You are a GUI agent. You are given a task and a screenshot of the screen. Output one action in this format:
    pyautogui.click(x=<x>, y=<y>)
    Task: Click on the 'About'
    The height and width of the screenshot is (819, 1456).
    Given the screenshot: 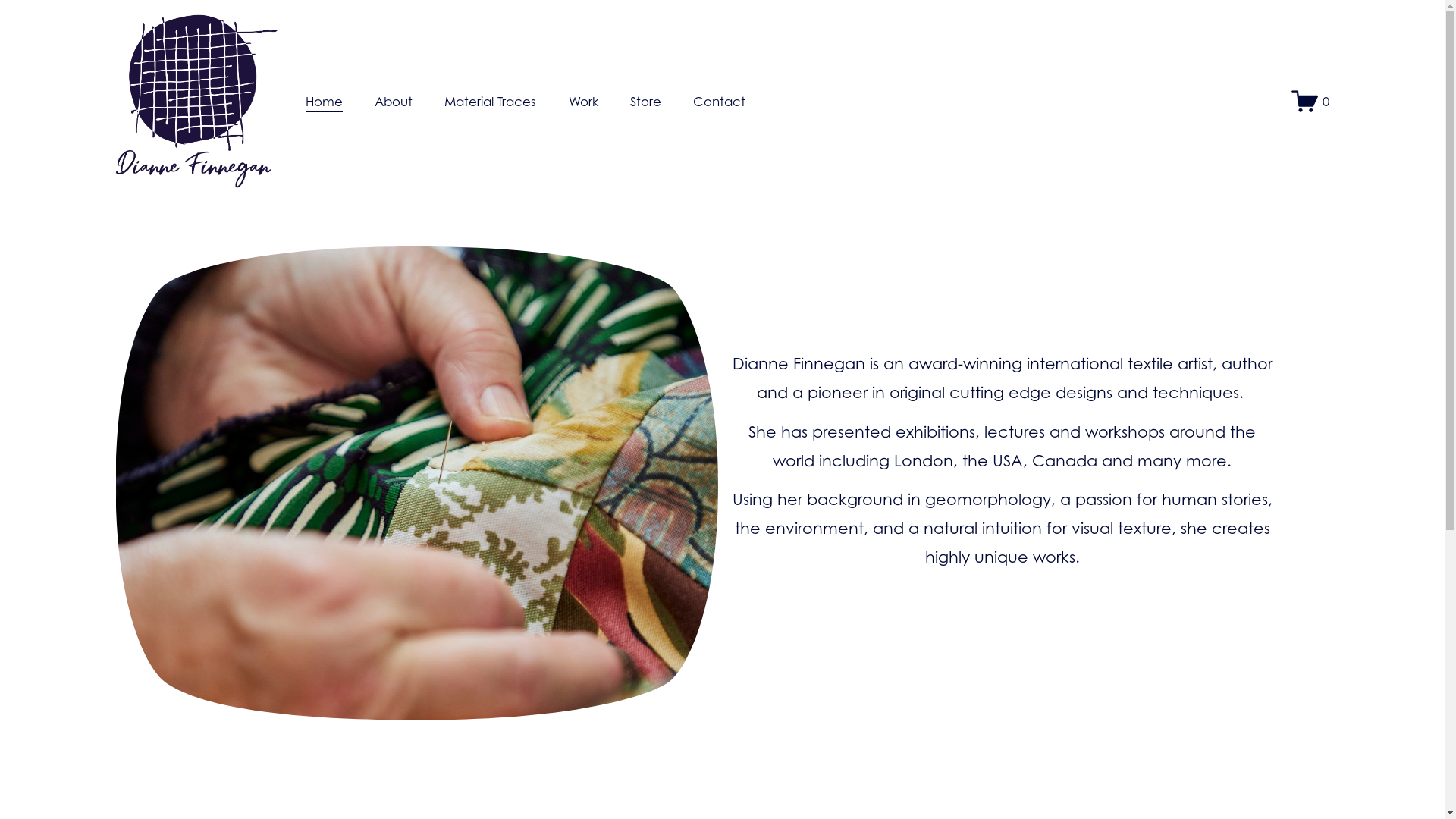 What is the action you would take?
    pyautogui.click(x=375, y=102)
    